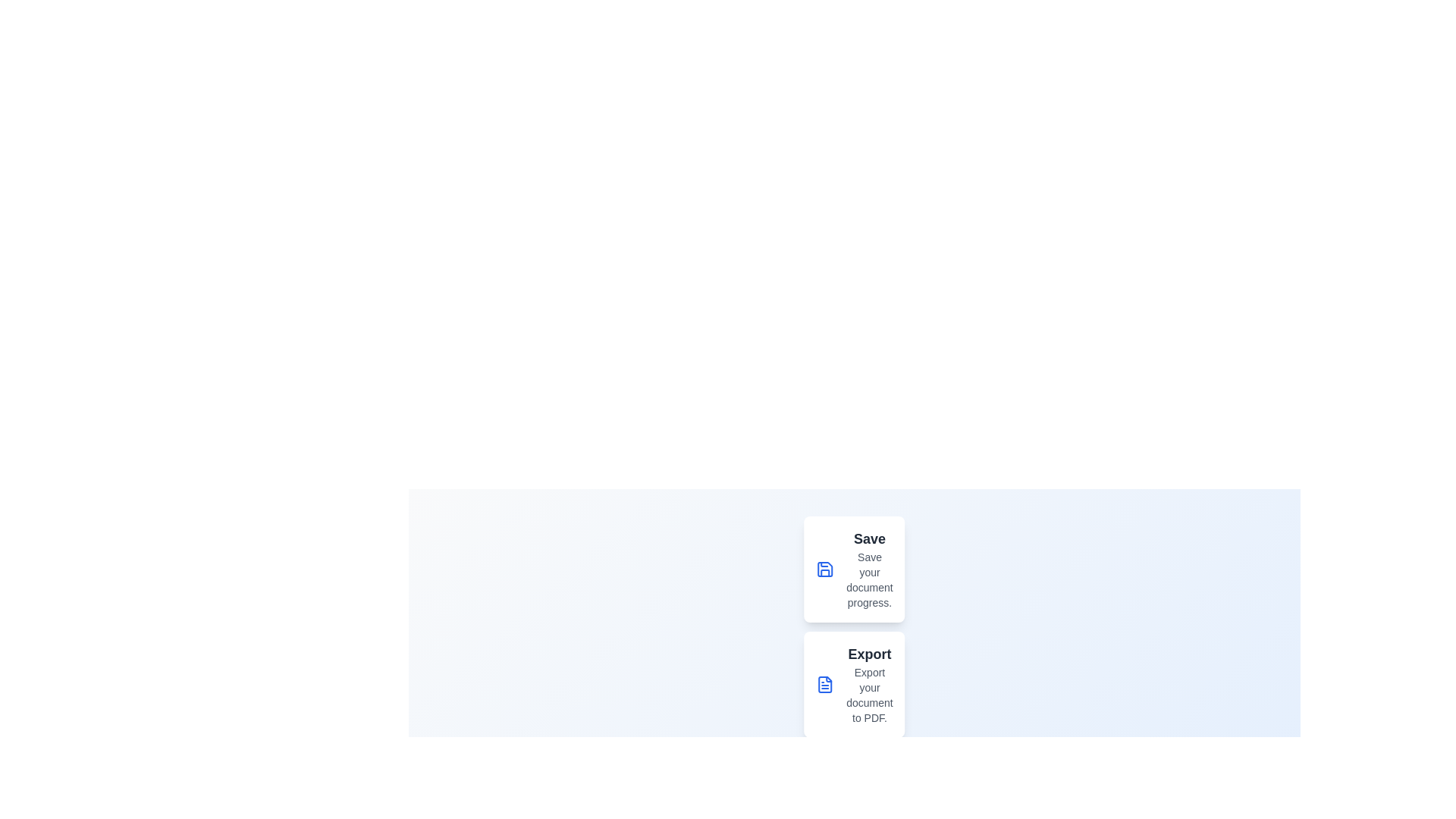  What do you see at coordinates (855, 684) in the screenshot?
I see `the menu option Export from the speed dial menu` at bounding box center [855, 684].